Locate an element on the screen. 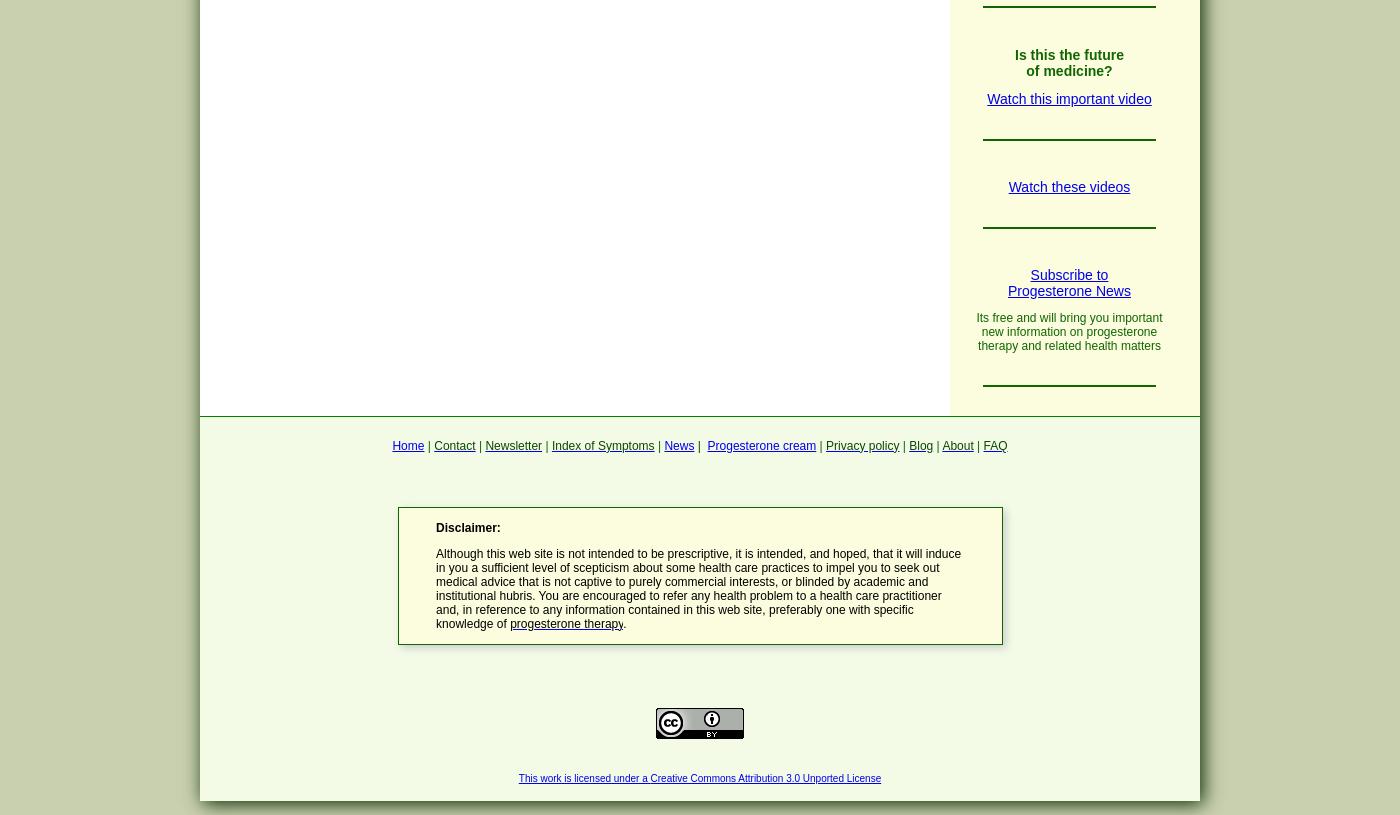 This screenshot has height=815, width=1400. 'progesterone therapy' is located at coordinates (566, 621).